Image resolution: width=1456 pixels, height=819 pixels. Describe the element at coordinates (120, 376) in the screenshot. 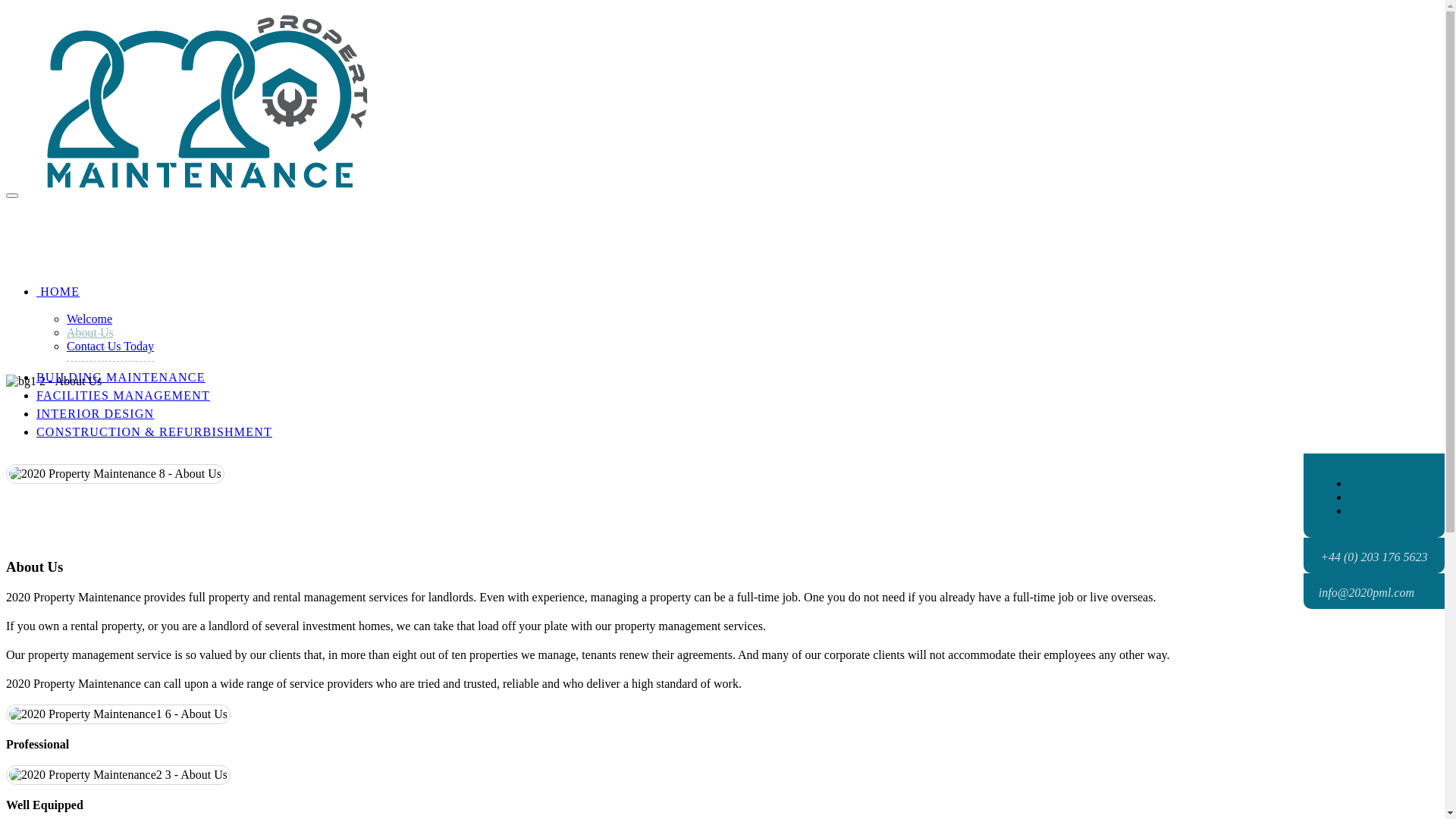

I see `'BUILDING MAINTENANCE'` at that location.